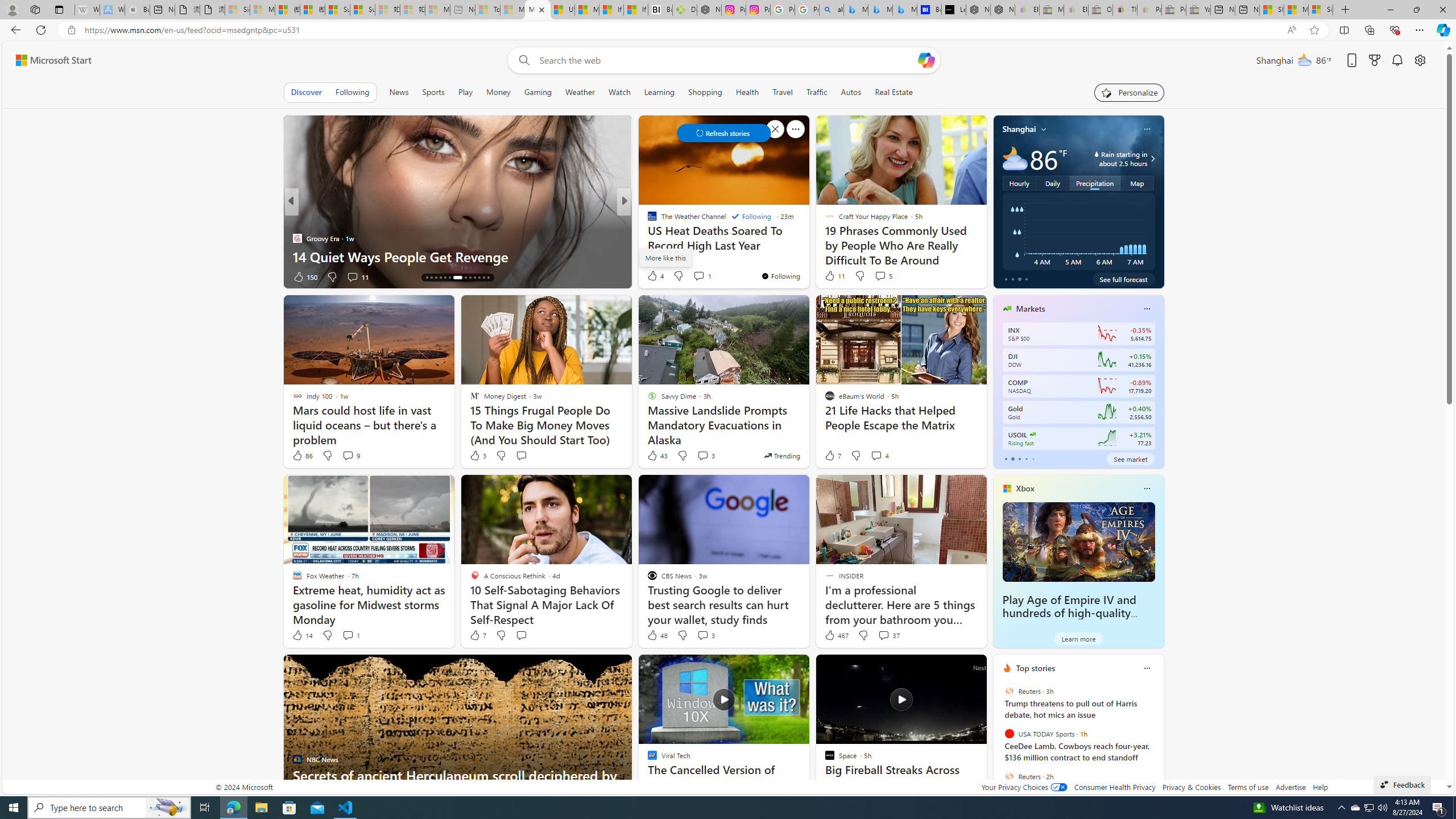 This screenshot has width=1456, height=819. What do you see at coordinates (879, 455) in the screenshot?
I see `'View comments 4 Comment'` at bounding box center [879, 455].